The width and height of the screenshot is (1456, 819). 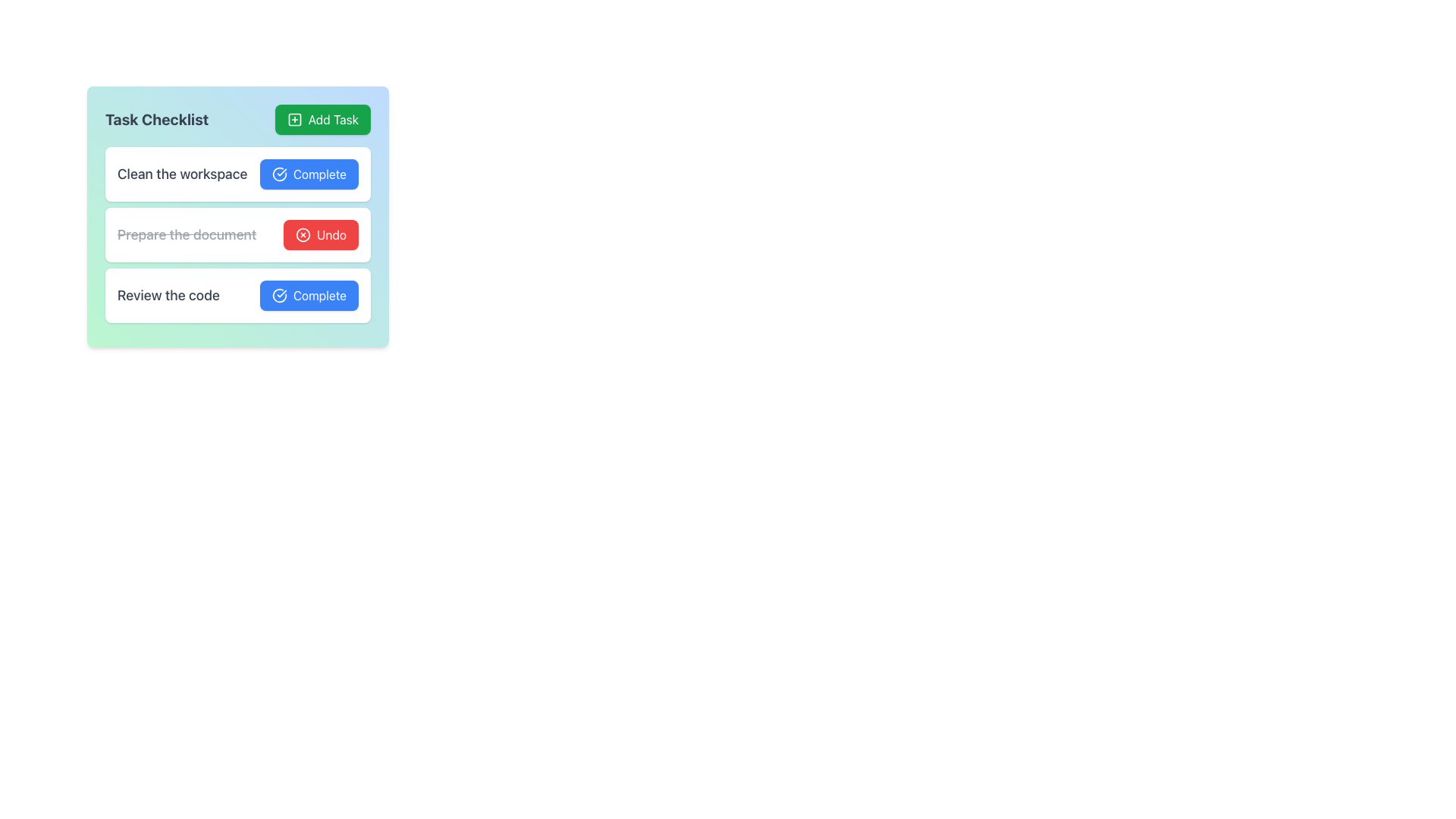 What do you see at coordinates (331, 234) in the screenshot?
I see `text label indicating the 'Undo' action, which is part of the button next to the task 'Prepare the document' in the task management system interface` at bounding box center [331, 234].